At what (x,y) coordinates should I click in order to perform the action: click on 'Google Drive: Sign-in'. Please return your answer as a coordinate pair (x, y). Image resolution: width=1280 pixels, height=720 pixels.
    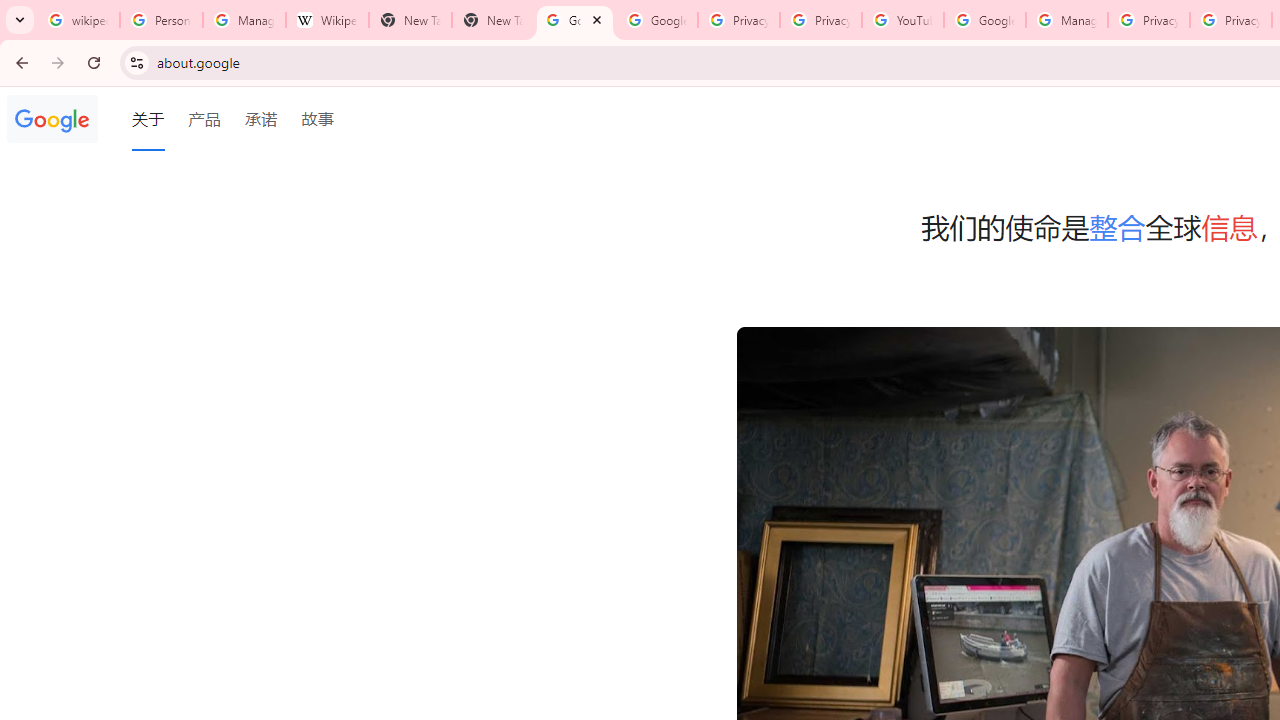
    Looking at the image, I should click on (656, 20).